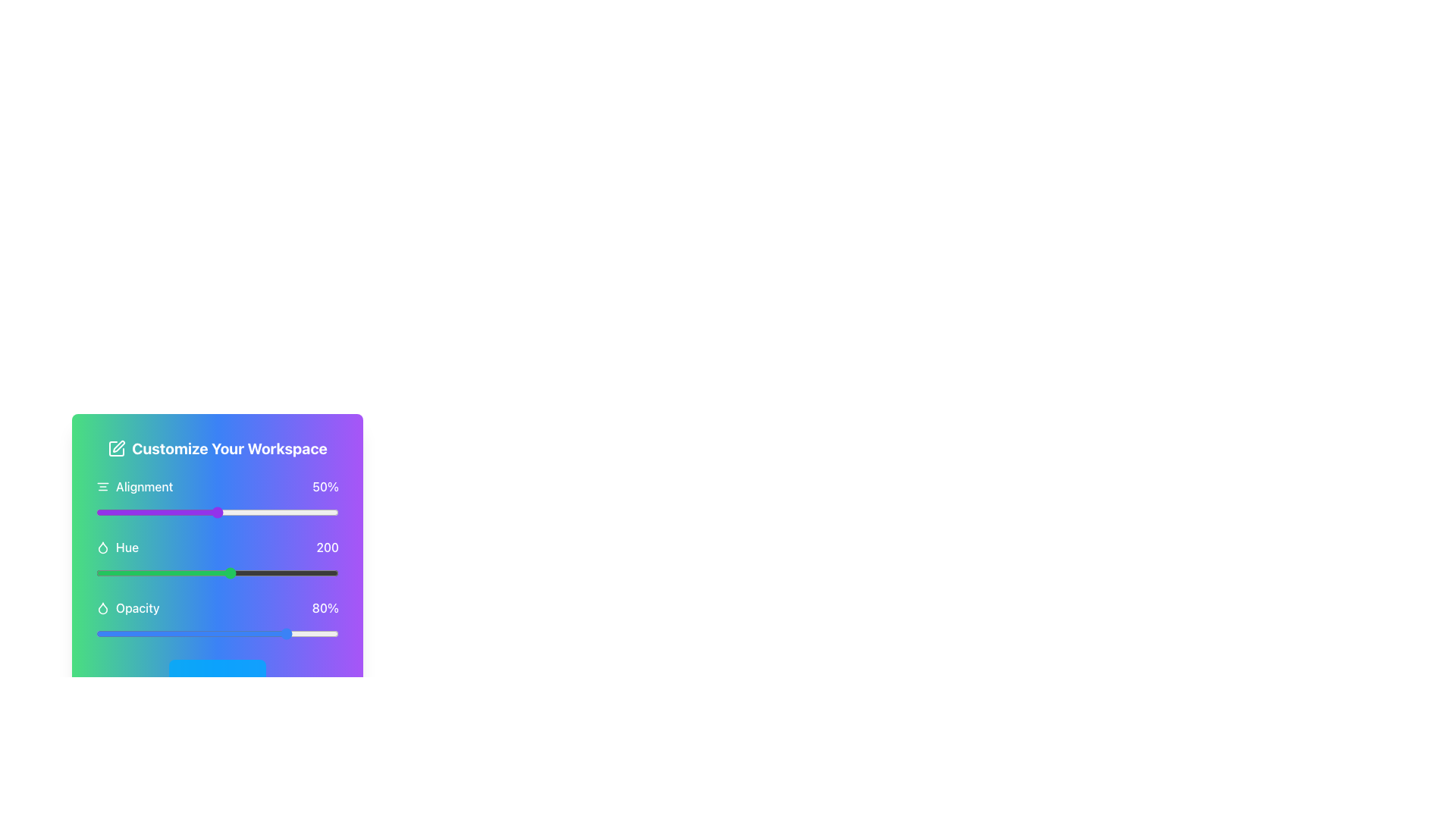  What do you see at coordinates (178, 634) in the screenshot?
I see `opacity` at bounding box center [178, 634].